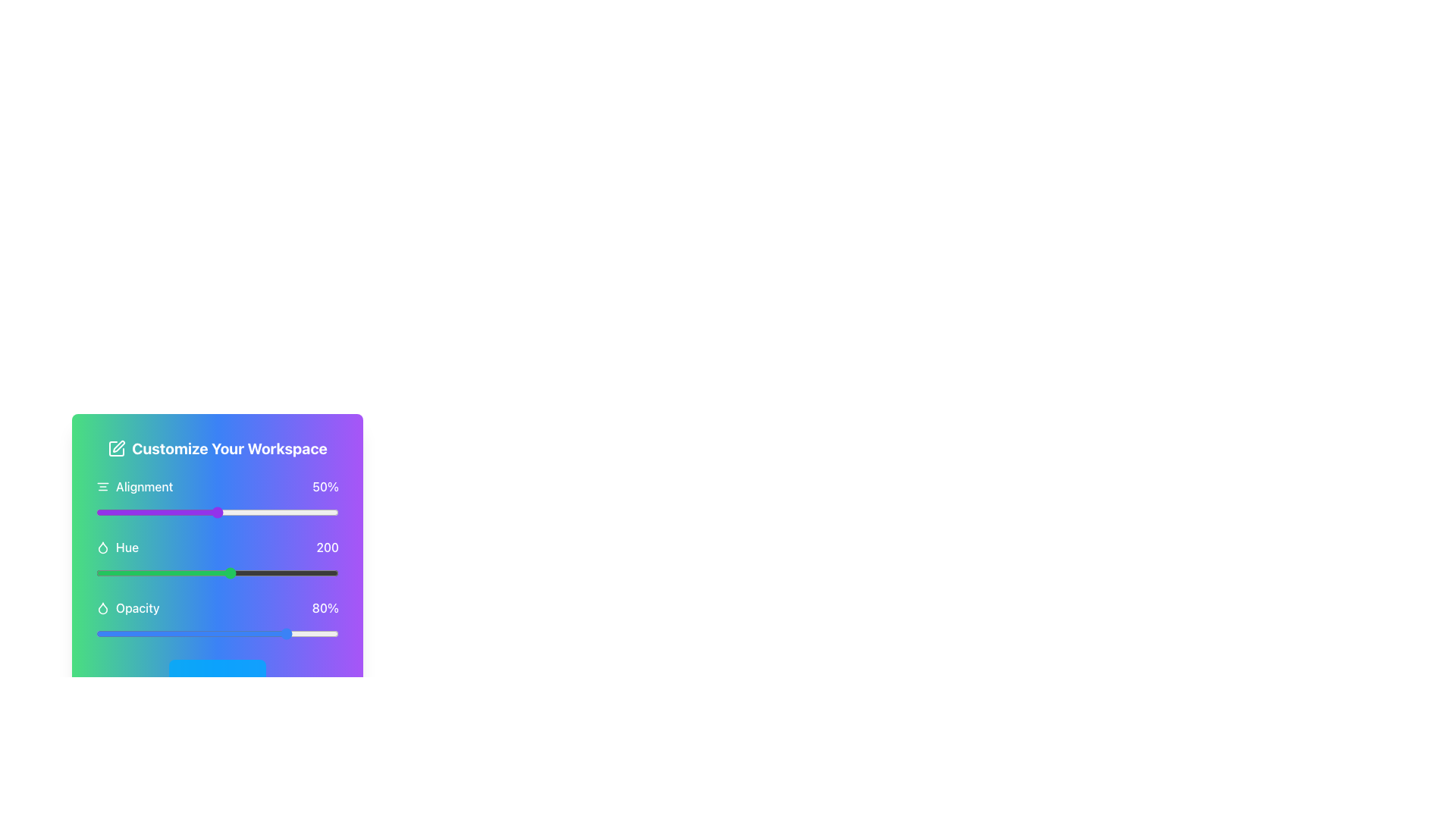  What do you see at coordinates (178, 634) in the screenshot?
I see `opacity` at bounding box center [178, 634].